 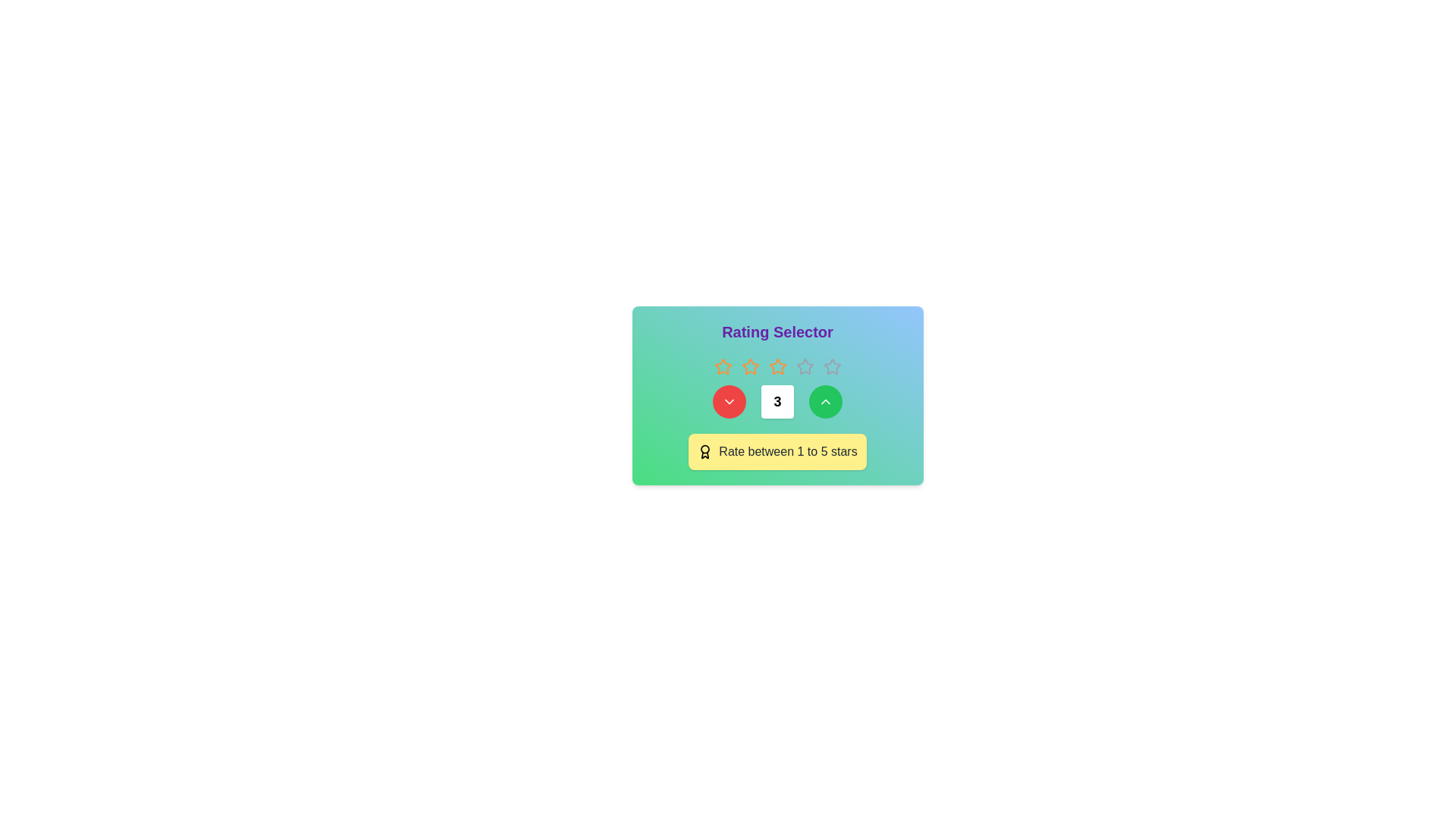 What do you see at coordinates (824, 400) in the screenshot?
I see `the green circular button that likely increases a counter or selects a higher value in a range for keyboard navigation` at bounding box center [824, 400].